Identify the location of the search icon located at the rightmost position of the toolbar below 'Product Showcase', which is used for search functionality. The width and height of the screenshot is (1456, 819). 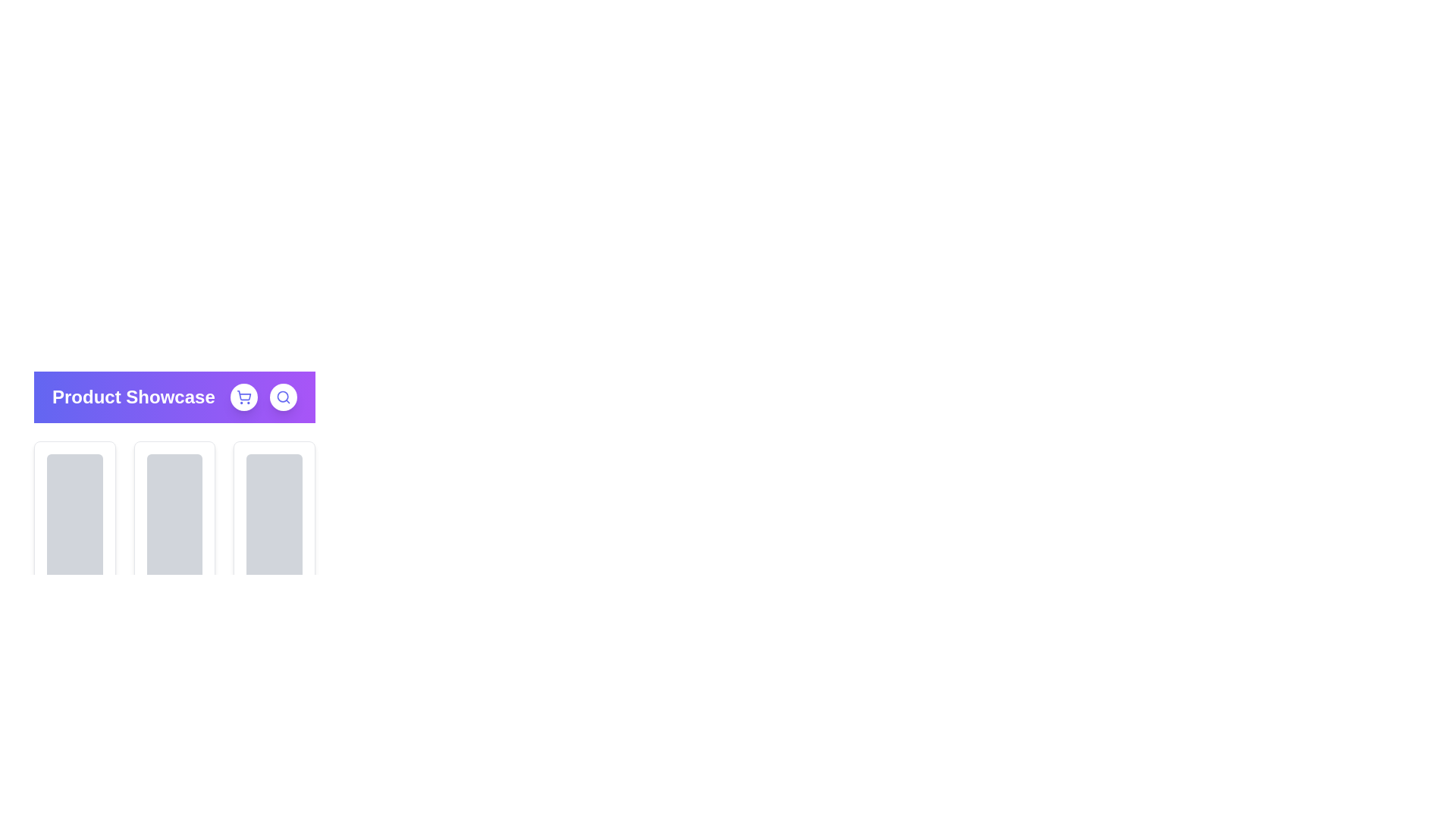
(284, 397).